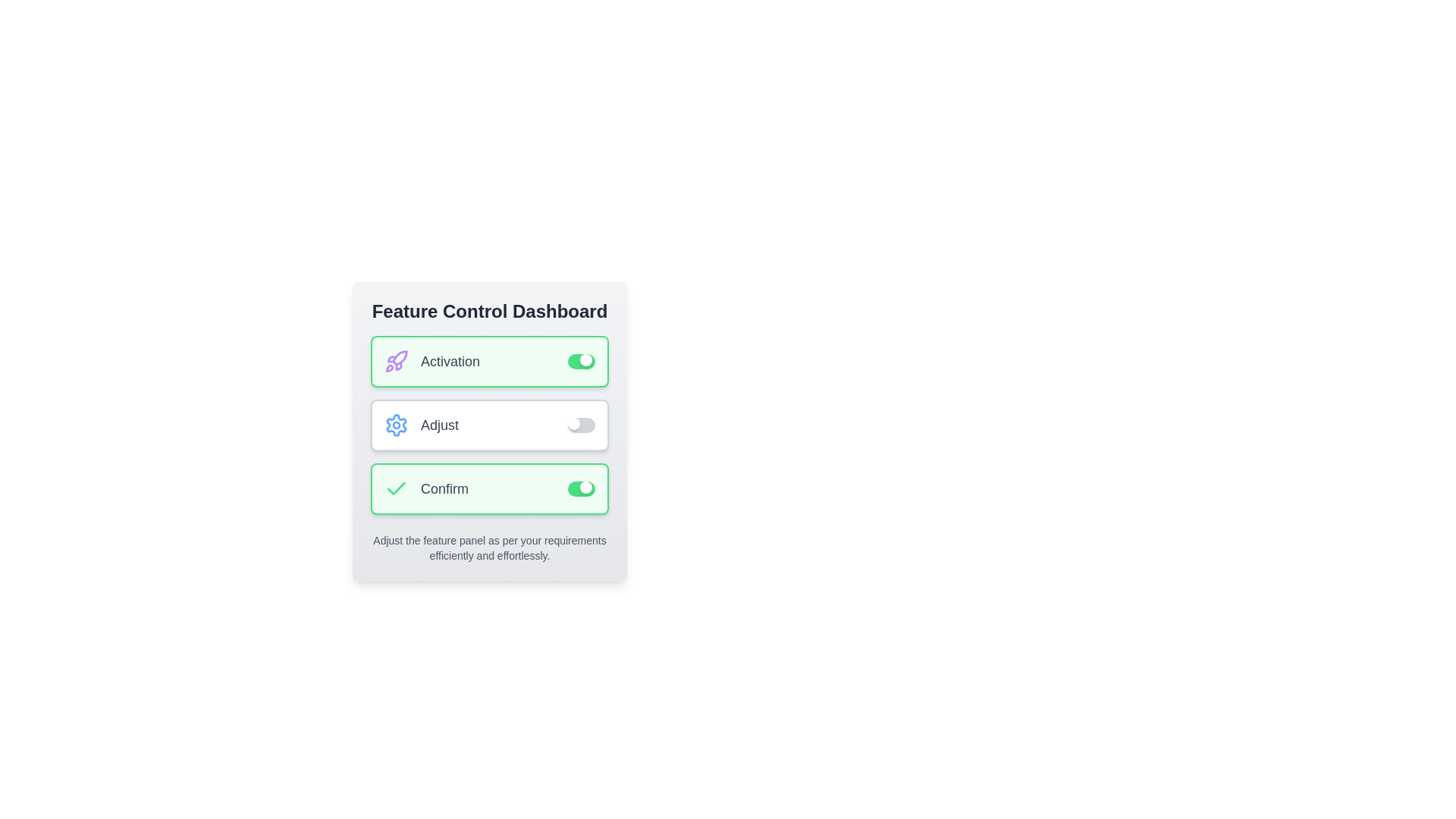  What do you see at coordinates (581, 362) in the screenshot?
I see `the 'Activation' toggle switch to change its state` at bounding box center [581, 362].